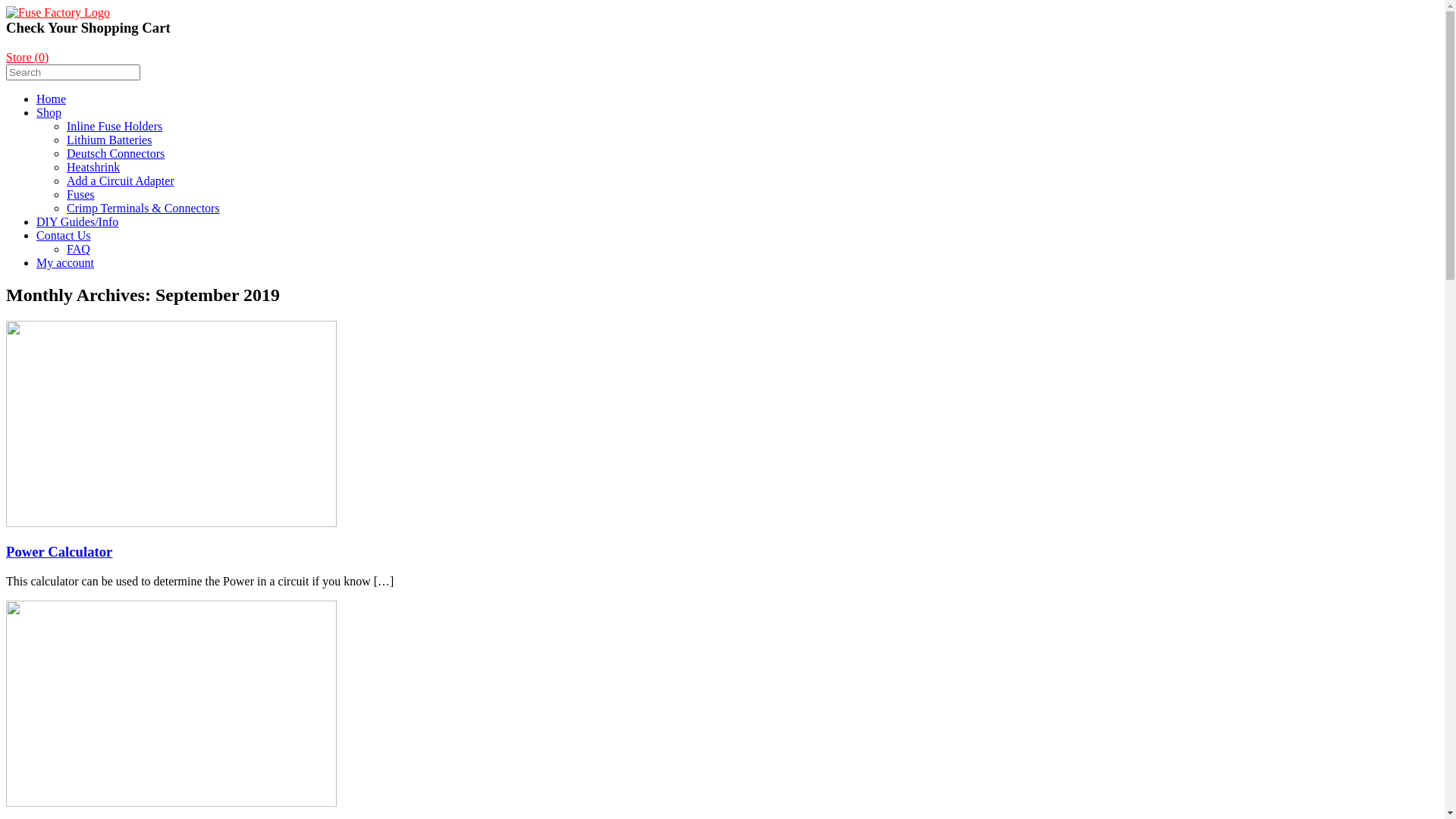 This screenshot has width=1456, height=819. Describe the element at coordinates (108, 140) in the screenshot. I see `'Lithium Batteries'` at that location.